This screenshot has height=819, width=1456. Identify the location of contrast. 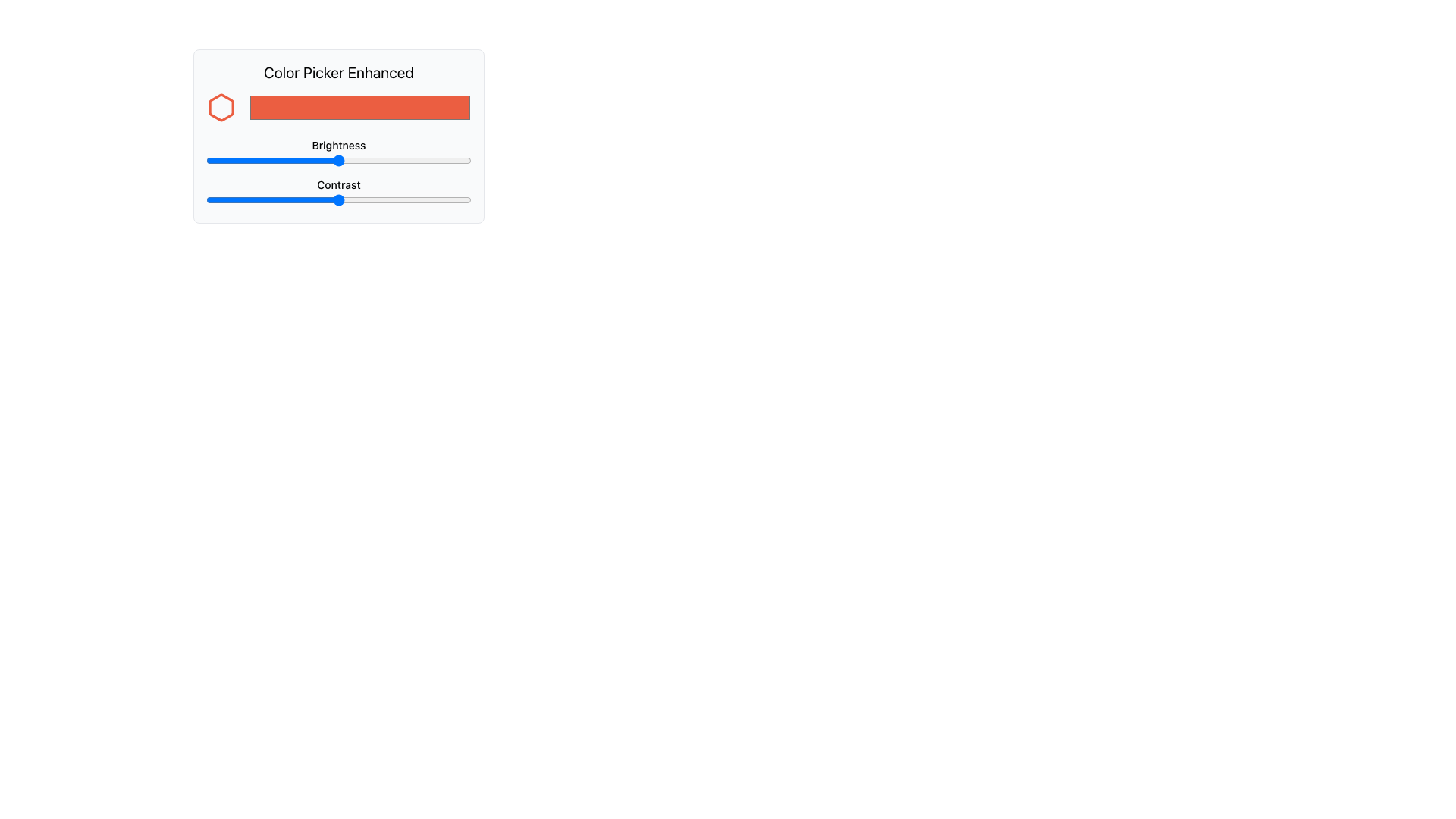
(344, 199).